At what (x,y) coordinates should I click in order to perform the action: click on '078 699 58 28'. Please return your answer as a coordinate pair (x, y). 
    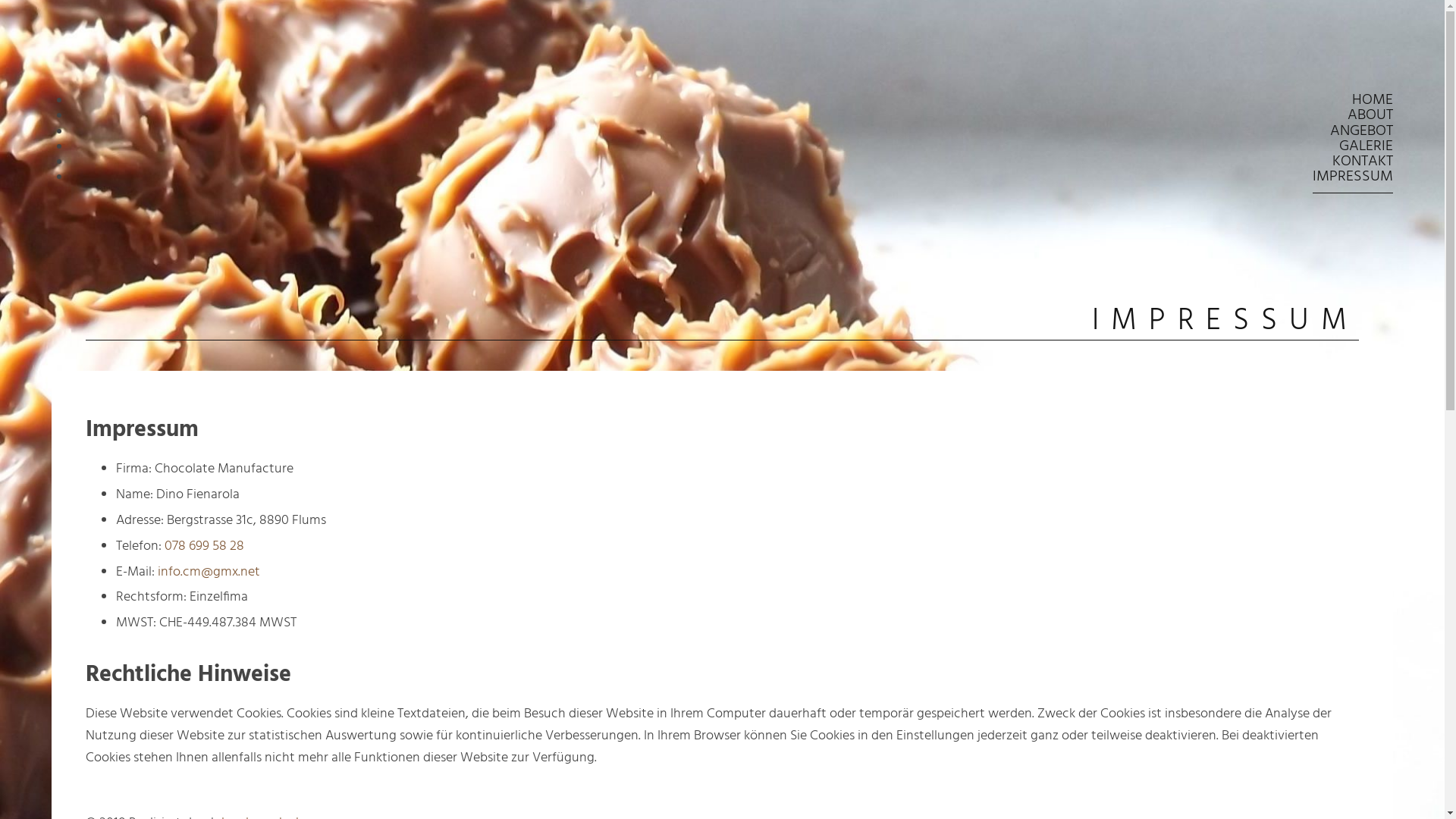
    Looking at the image, I should click on (203, 546).